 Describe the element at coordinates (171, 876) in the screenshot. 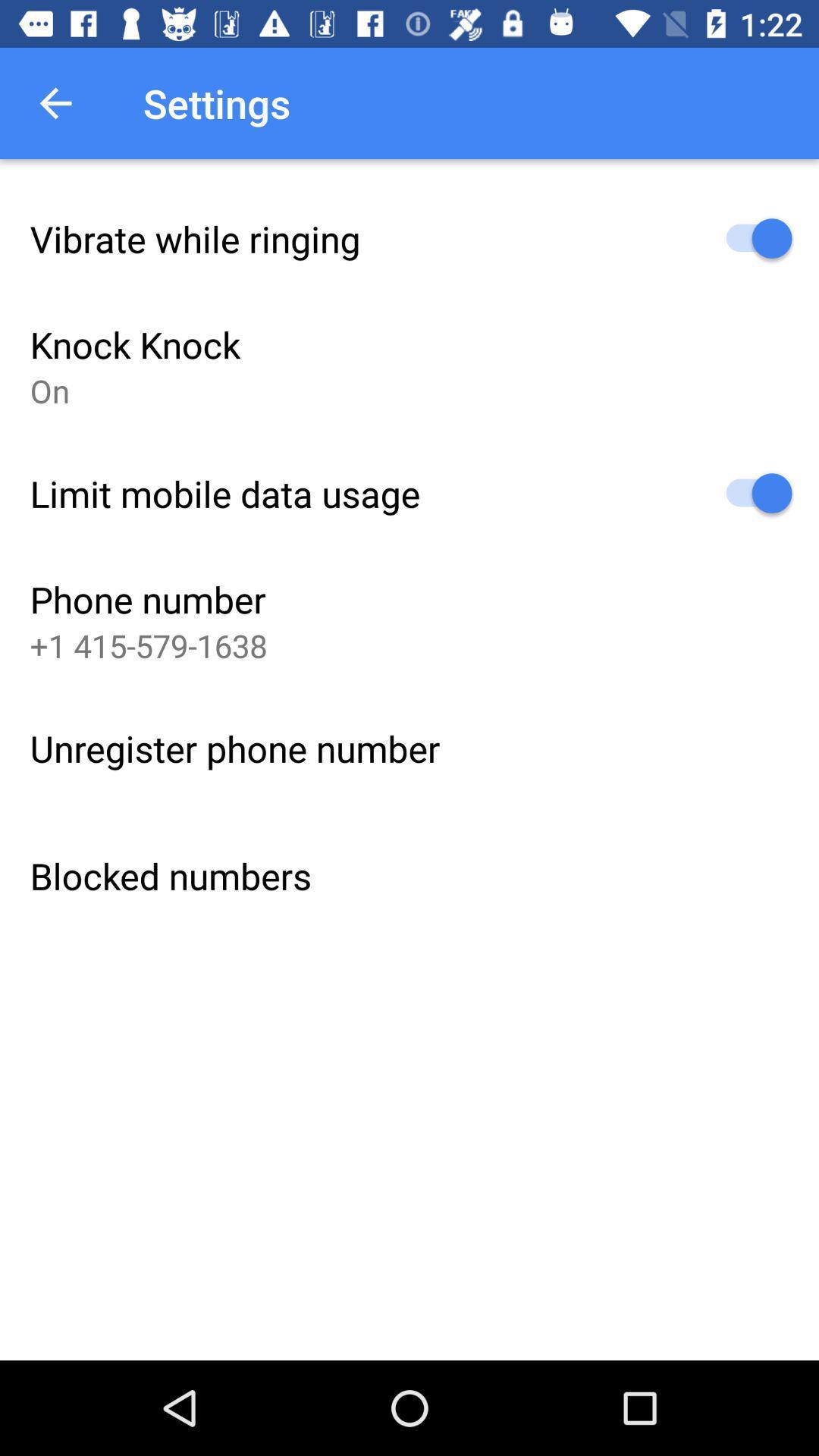

I see `the icon below the unregister phone number icon` at that location.